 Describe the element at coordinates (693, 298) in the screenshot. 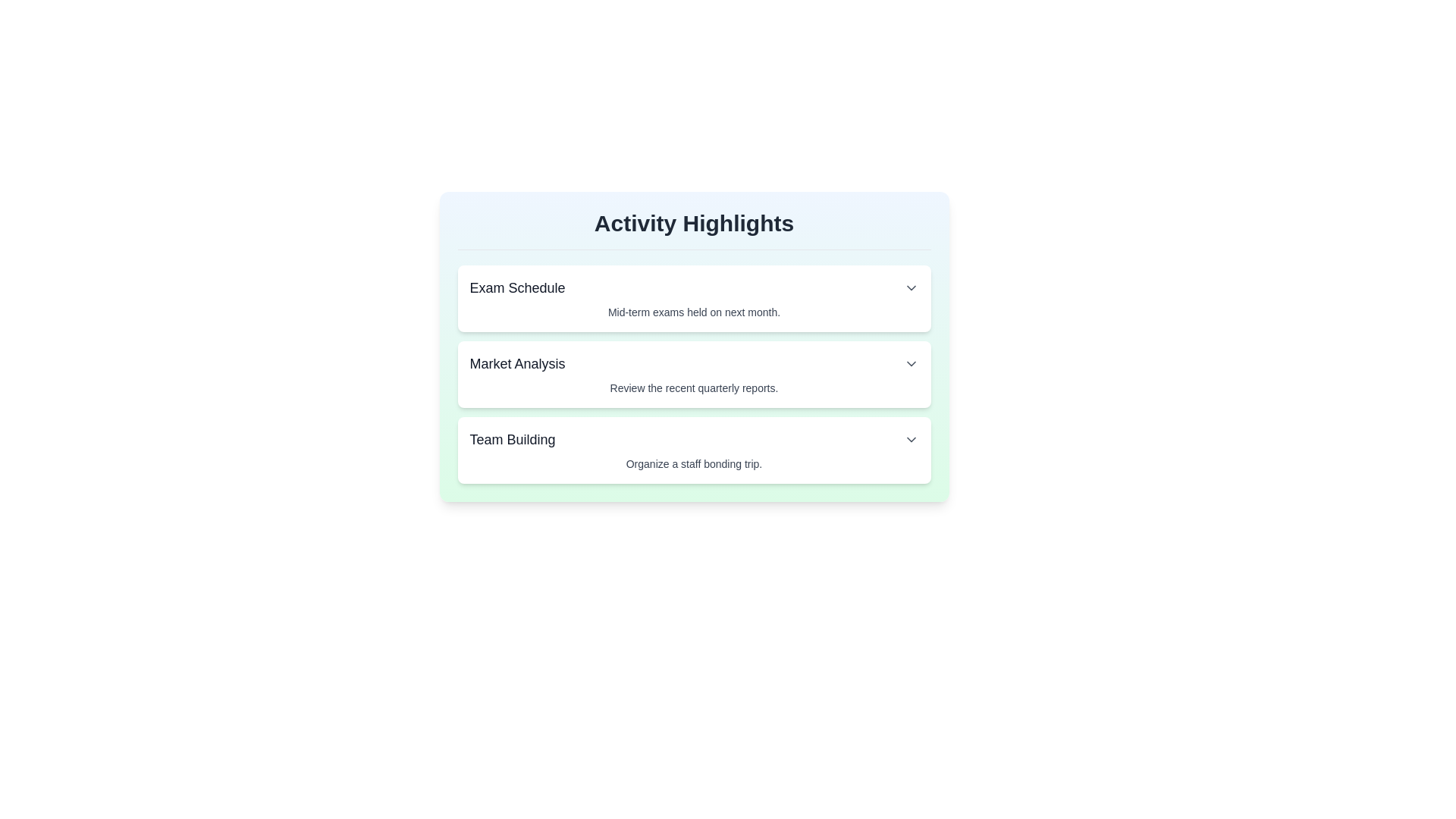

I see `the item titled Exam Schedule` at that location.